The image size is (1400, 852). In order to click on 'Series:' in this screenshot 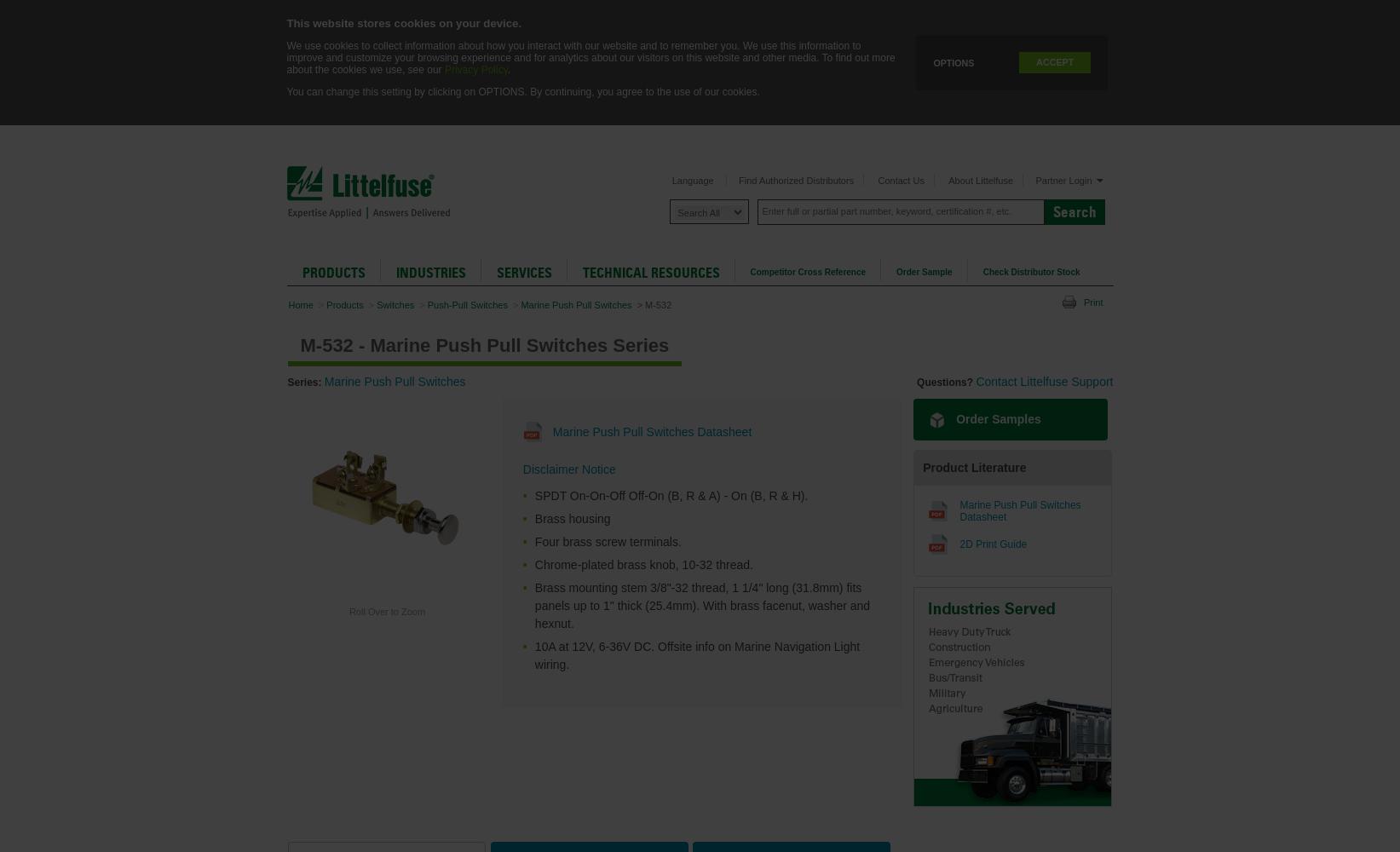, I will do `click(304, 382)`.